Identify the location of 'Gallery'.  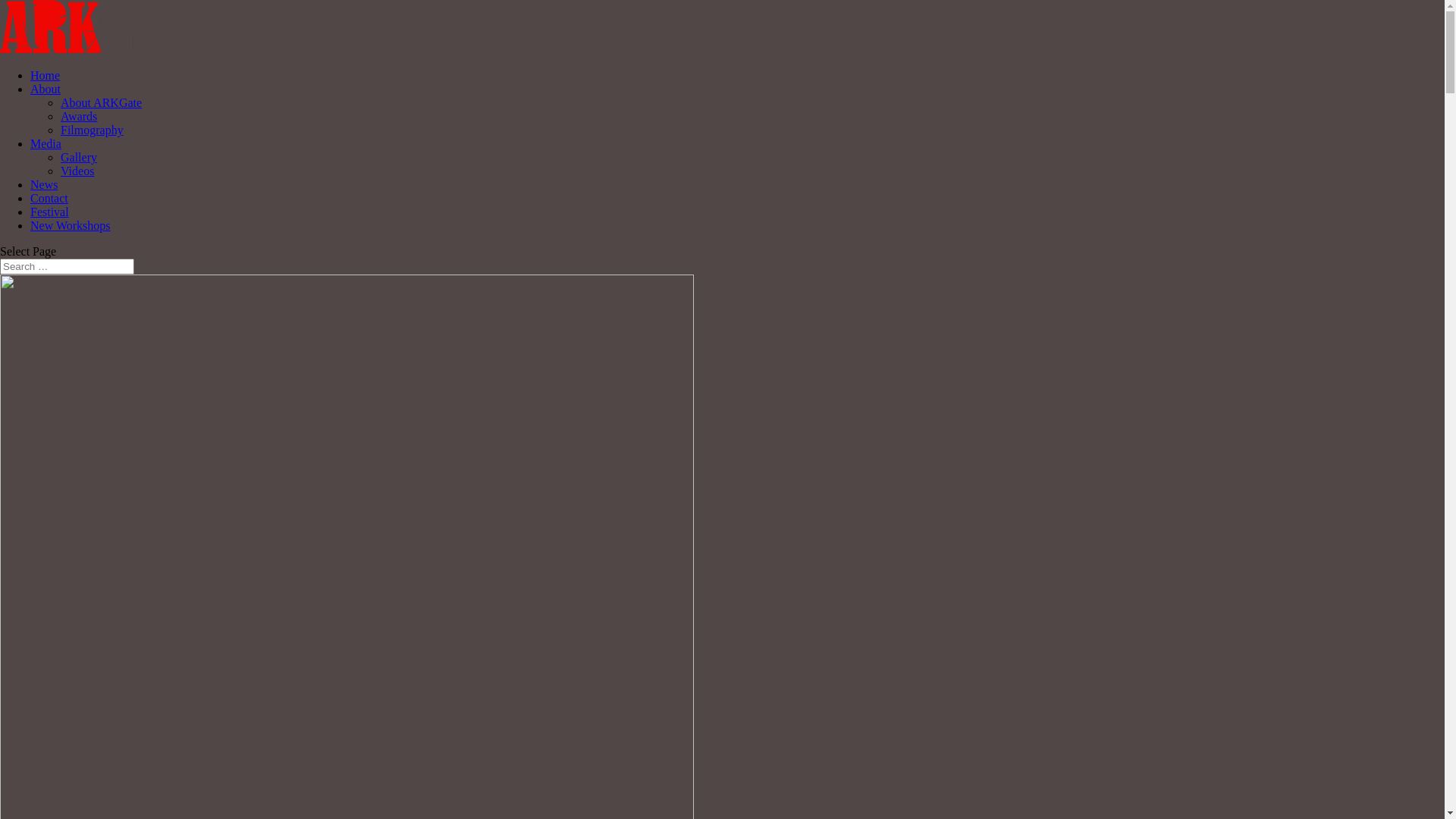
(78, 157).